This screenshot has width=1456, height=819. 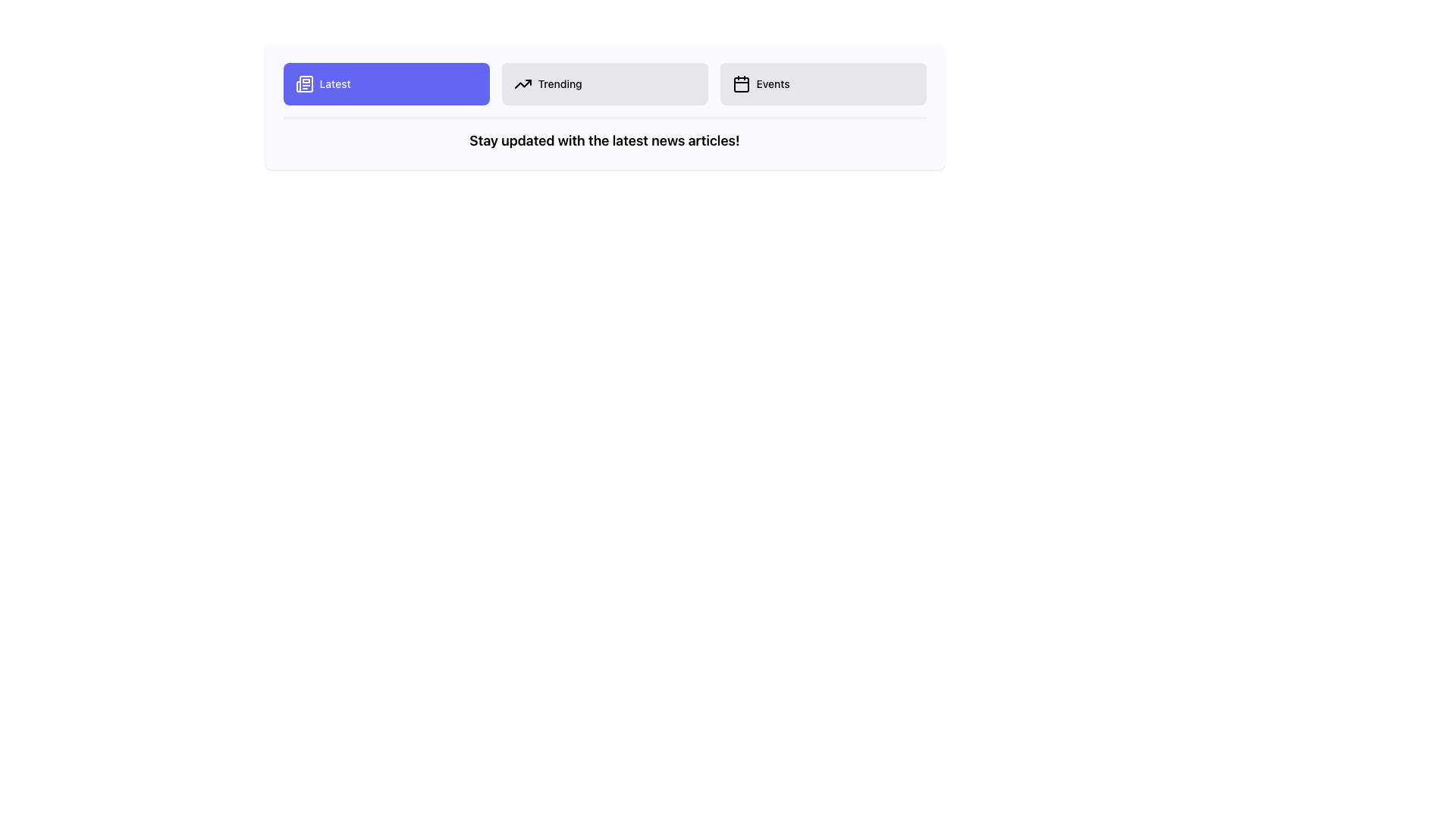 What do you see at coordinates (303, 84) in the screenshot?
I see `the 'Latest' navigation button, which is represented by an icon located to the left of the text 'Latest' within a blue button area` at bounding box center [303, 84].